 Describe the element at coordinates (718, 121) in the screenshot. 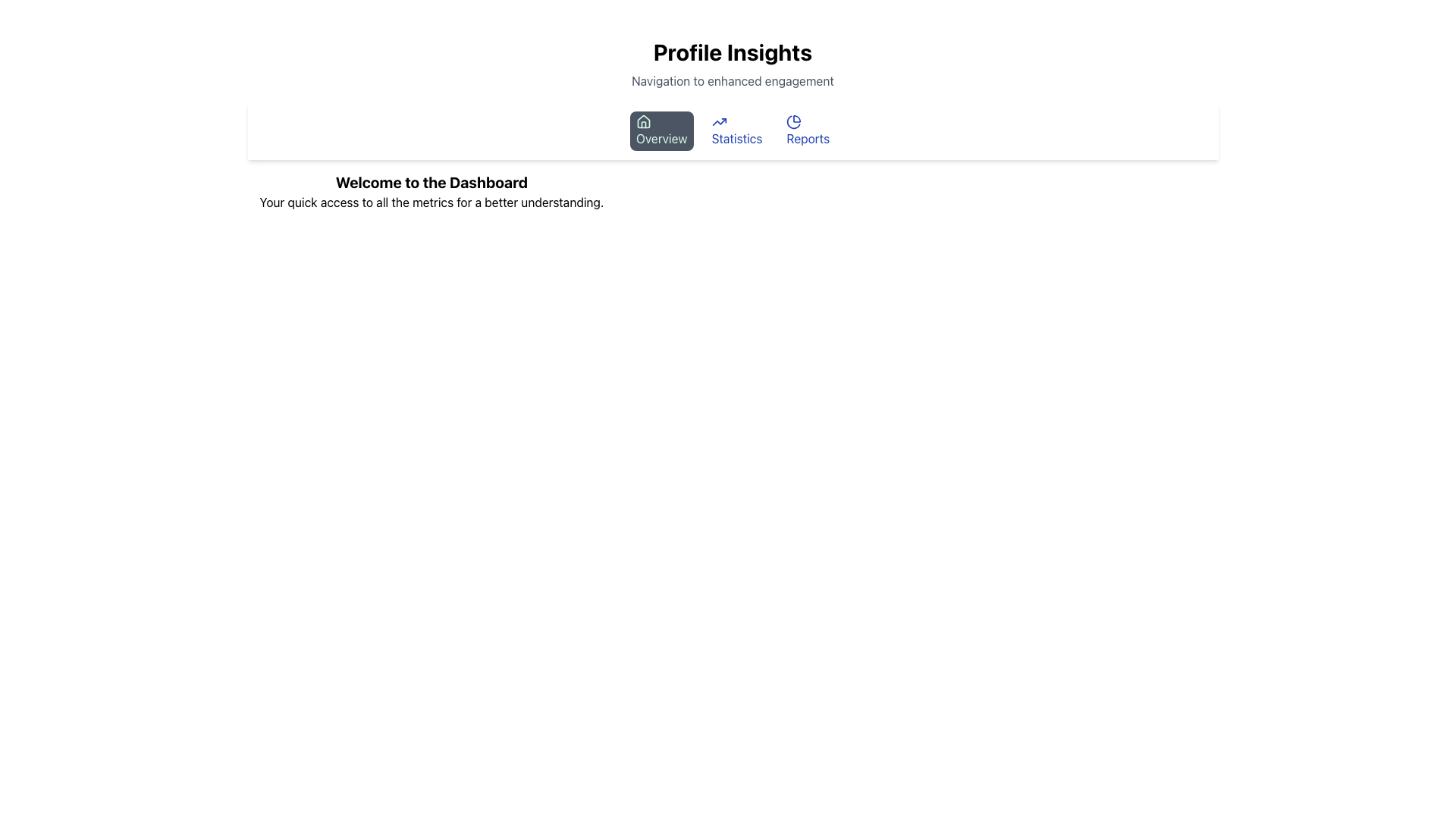

I see `the trending upward graph icon located within the 'Statistics' button in the navigation section, positioned between 'Overview' and 'Reports'` at that location.